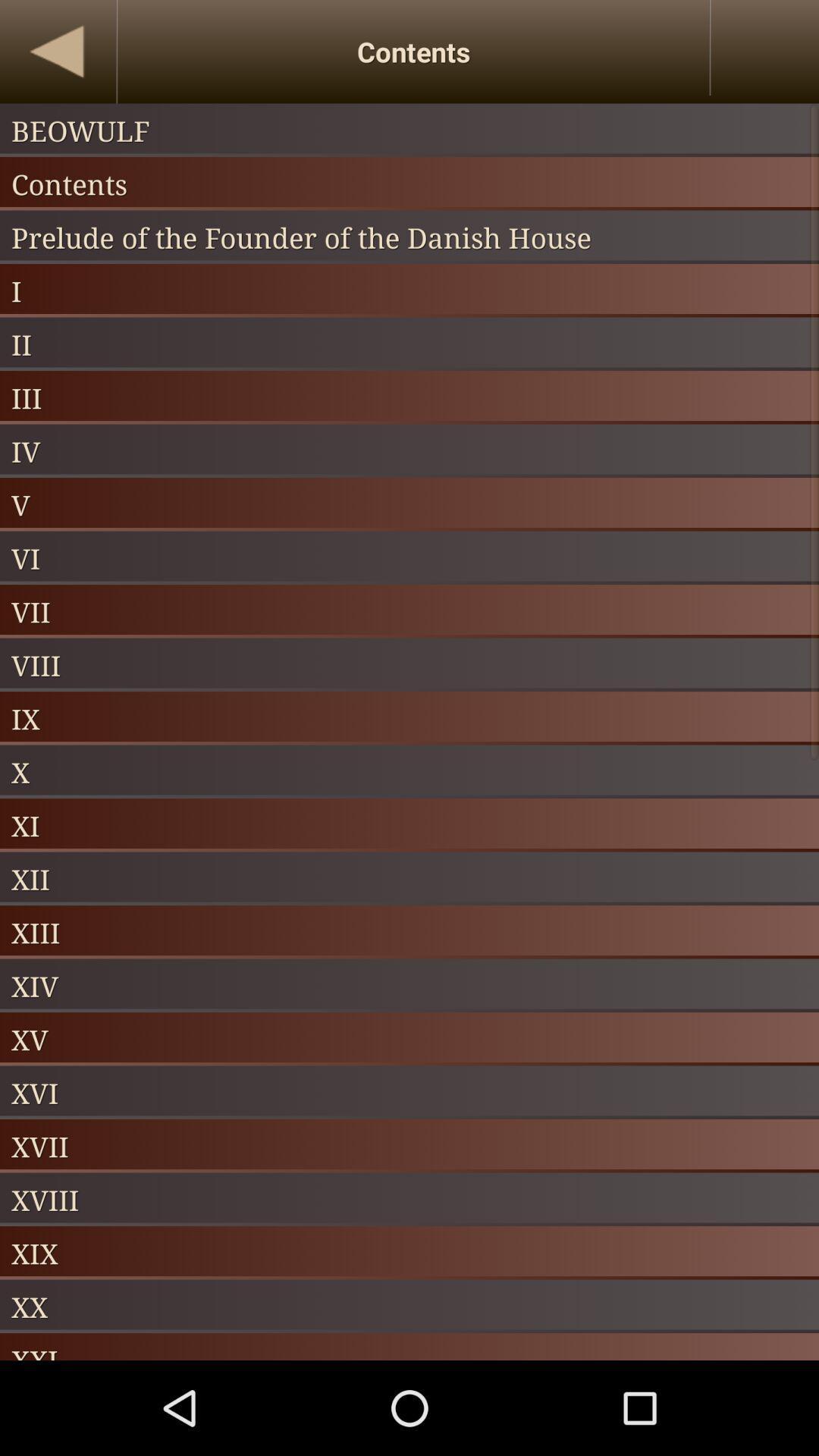 The image size is (819, 1456). What do you see at coordinates (409, 130) in the screenshot?
I see `beowulf` at bounding box center [409, 130].